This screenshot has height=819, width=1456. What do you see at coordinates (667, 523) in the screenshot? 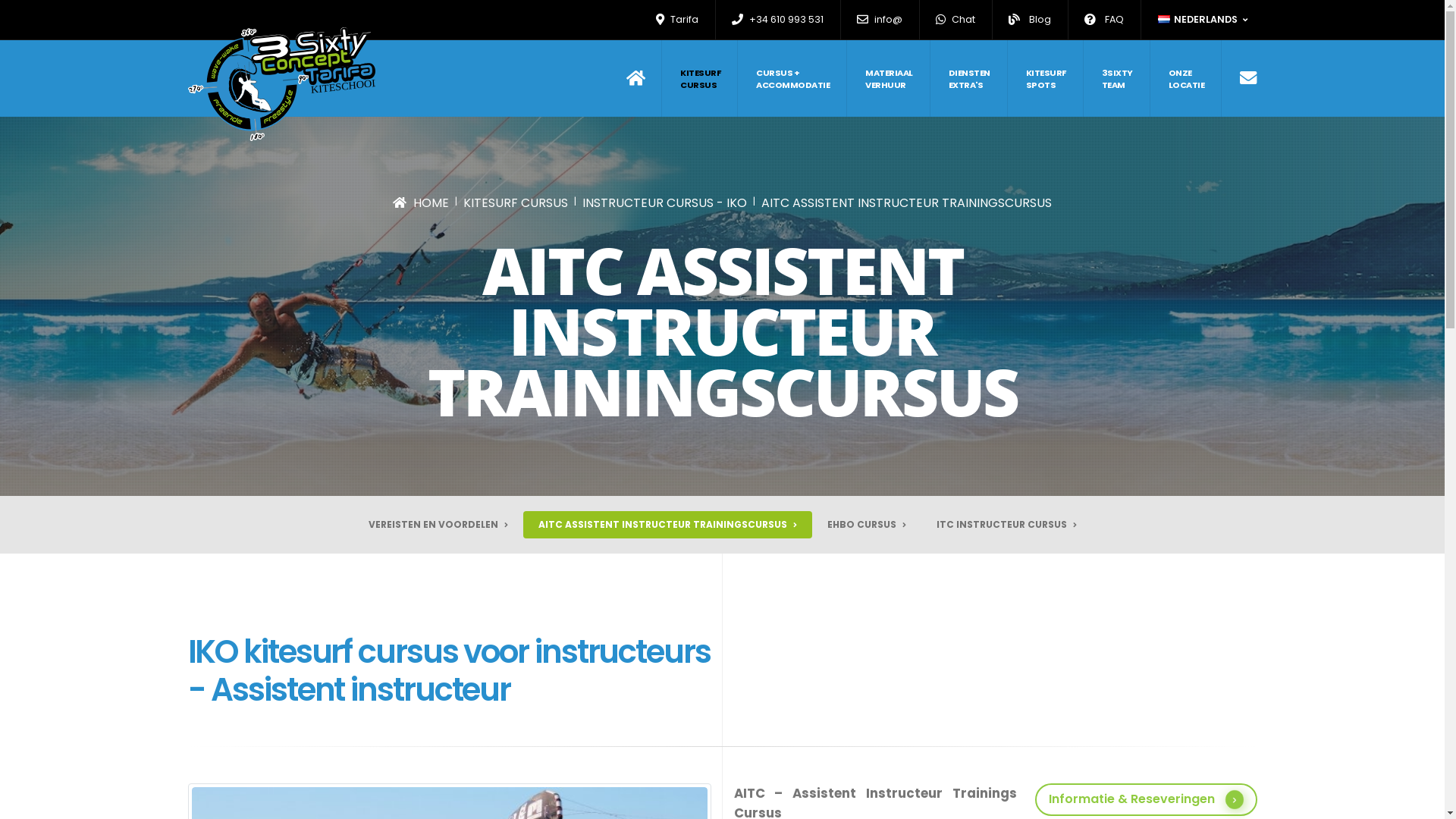
I see `'AITC ASSISTENT INSTRUCTEUR TRAININGSCURSUS'` at bounding box center [667, 523].